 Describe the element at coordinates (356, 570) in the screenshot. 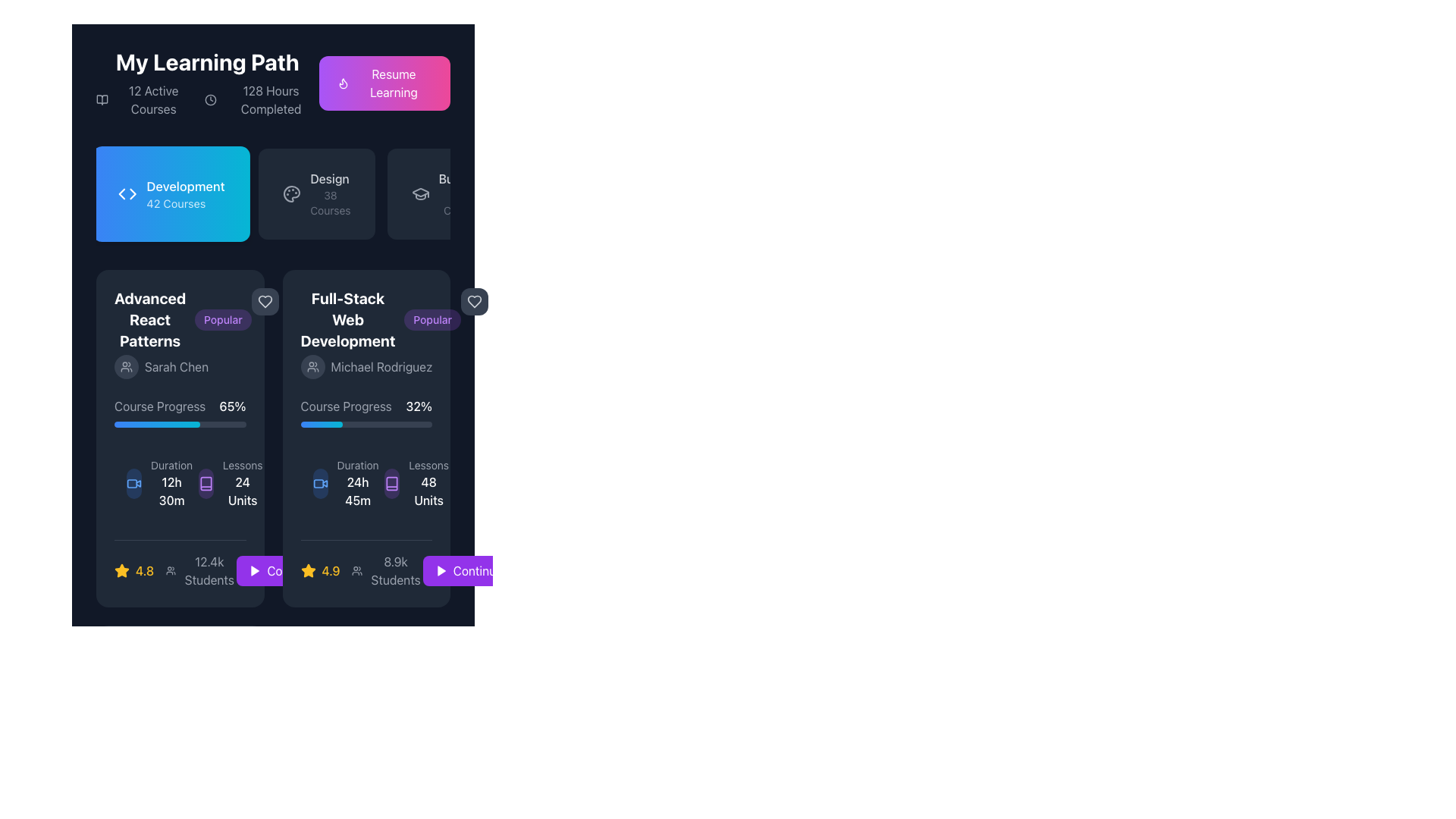

I see `the student engagement icon located at the bottom center of the 'Full-Stack Web Development' card, positioned to the left of '8.9k Students' and above the purple 'Continue' button` at that location.